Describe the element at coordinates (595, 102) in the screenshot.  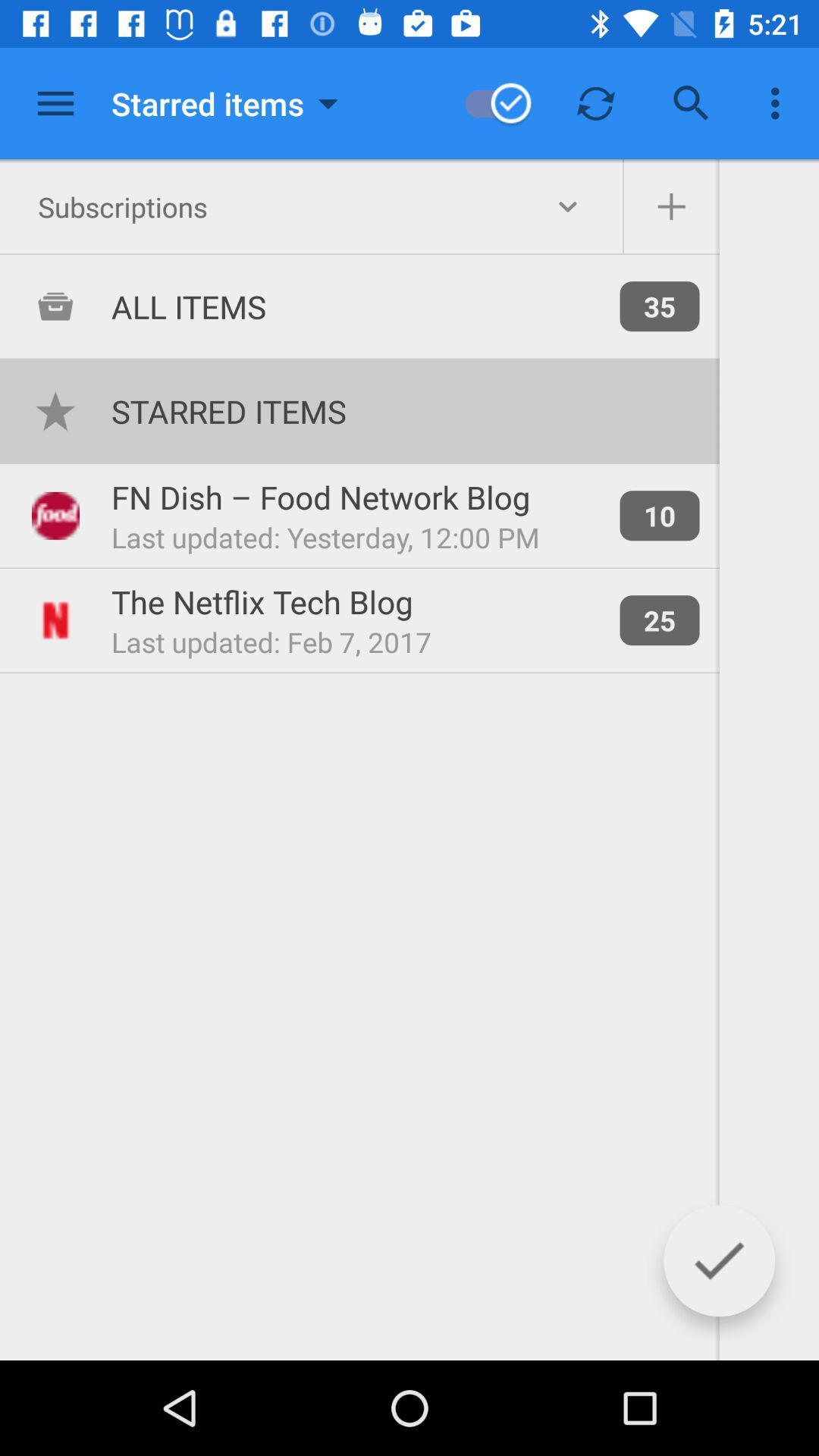
I see `refresh page` at that location.